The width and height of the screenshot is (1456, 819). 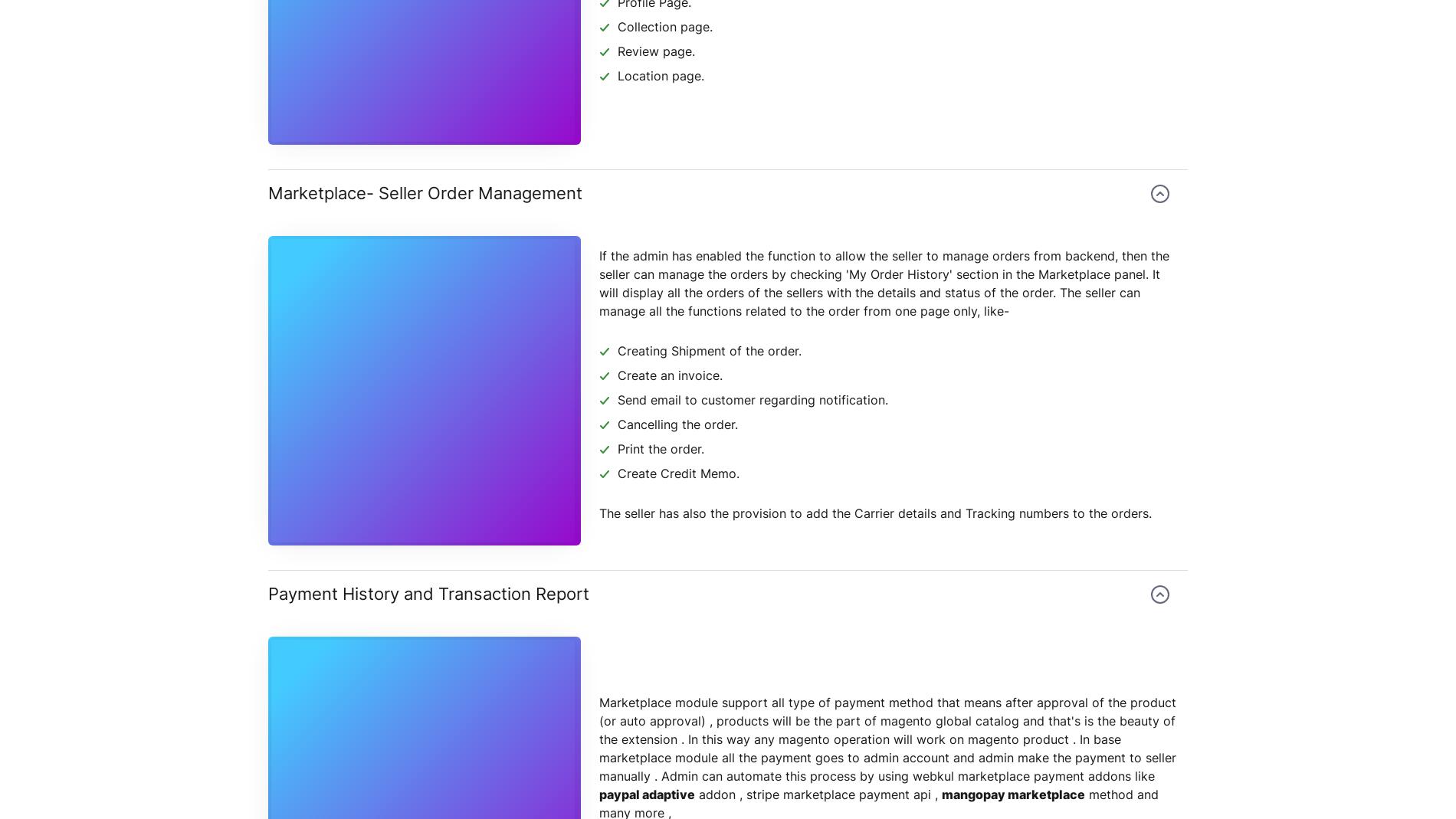 What do you see at coordinates (669, 375) in the screenshot?
I see `'Create an invoice.'` at bounding box center [669, 375].